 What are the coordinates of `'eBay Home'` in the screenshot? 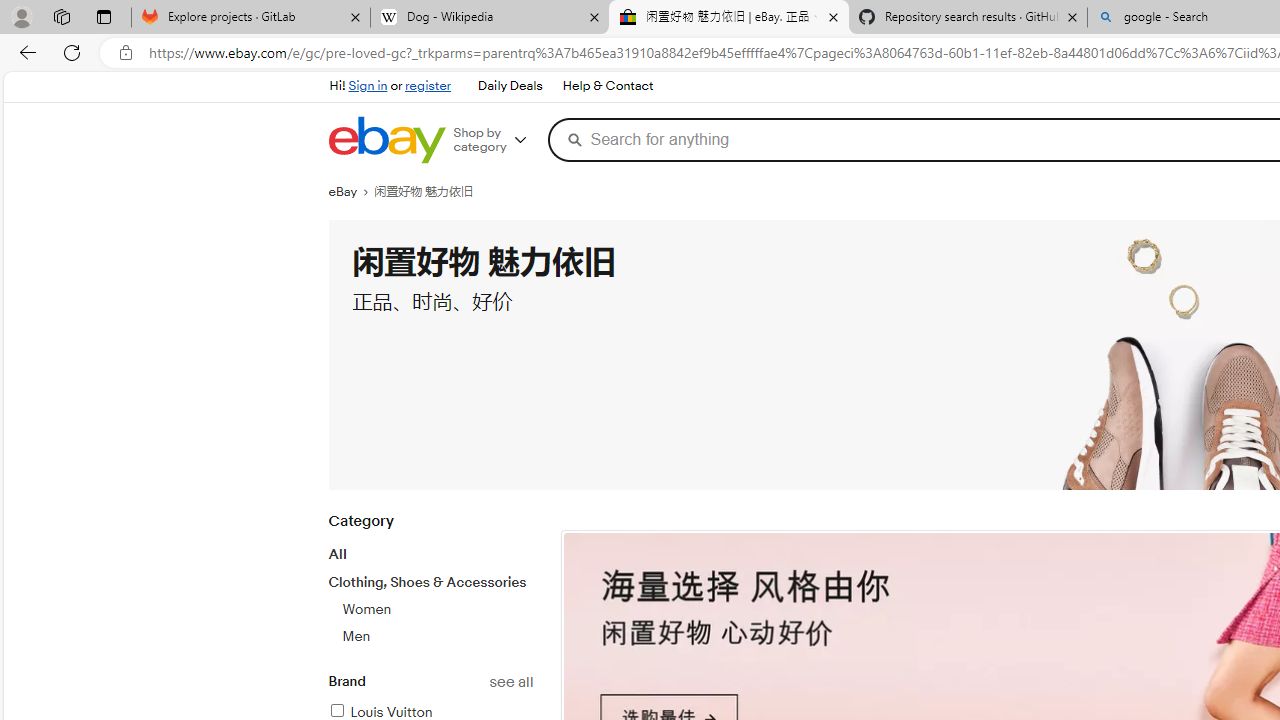 It's located at (386, 139).